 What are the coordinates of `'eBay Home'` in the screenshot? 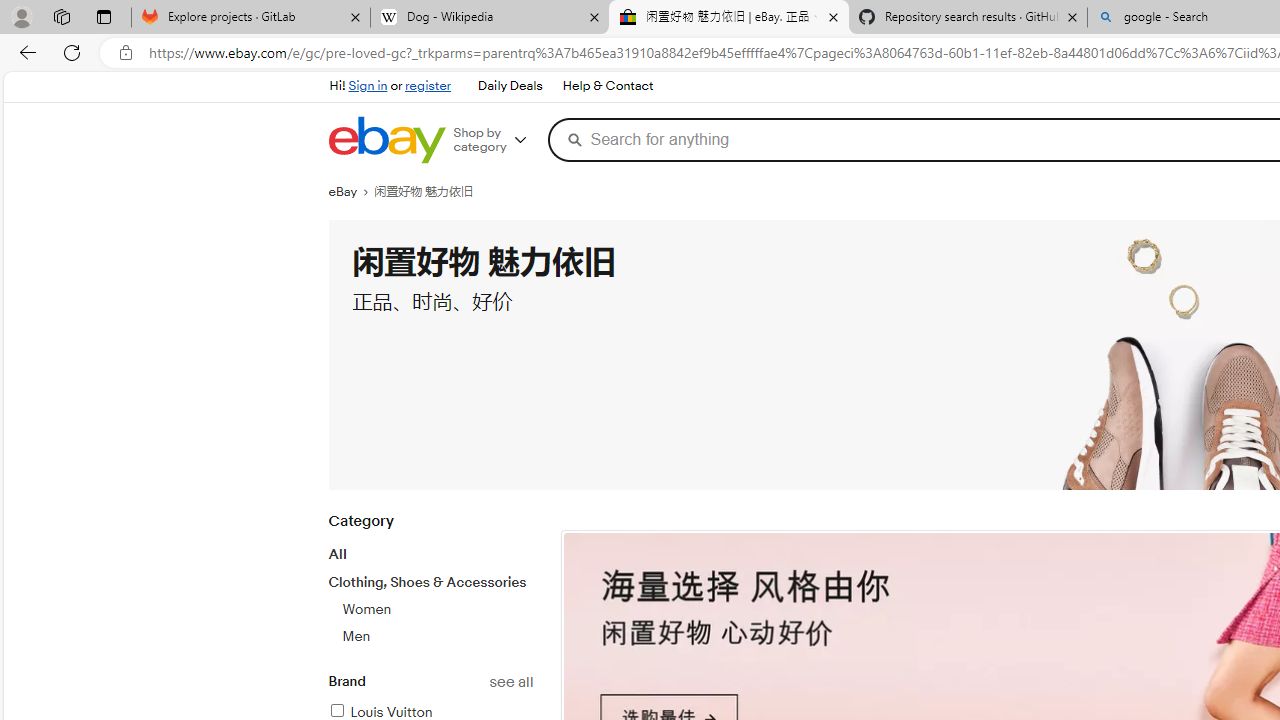 It's located at (386, 139).